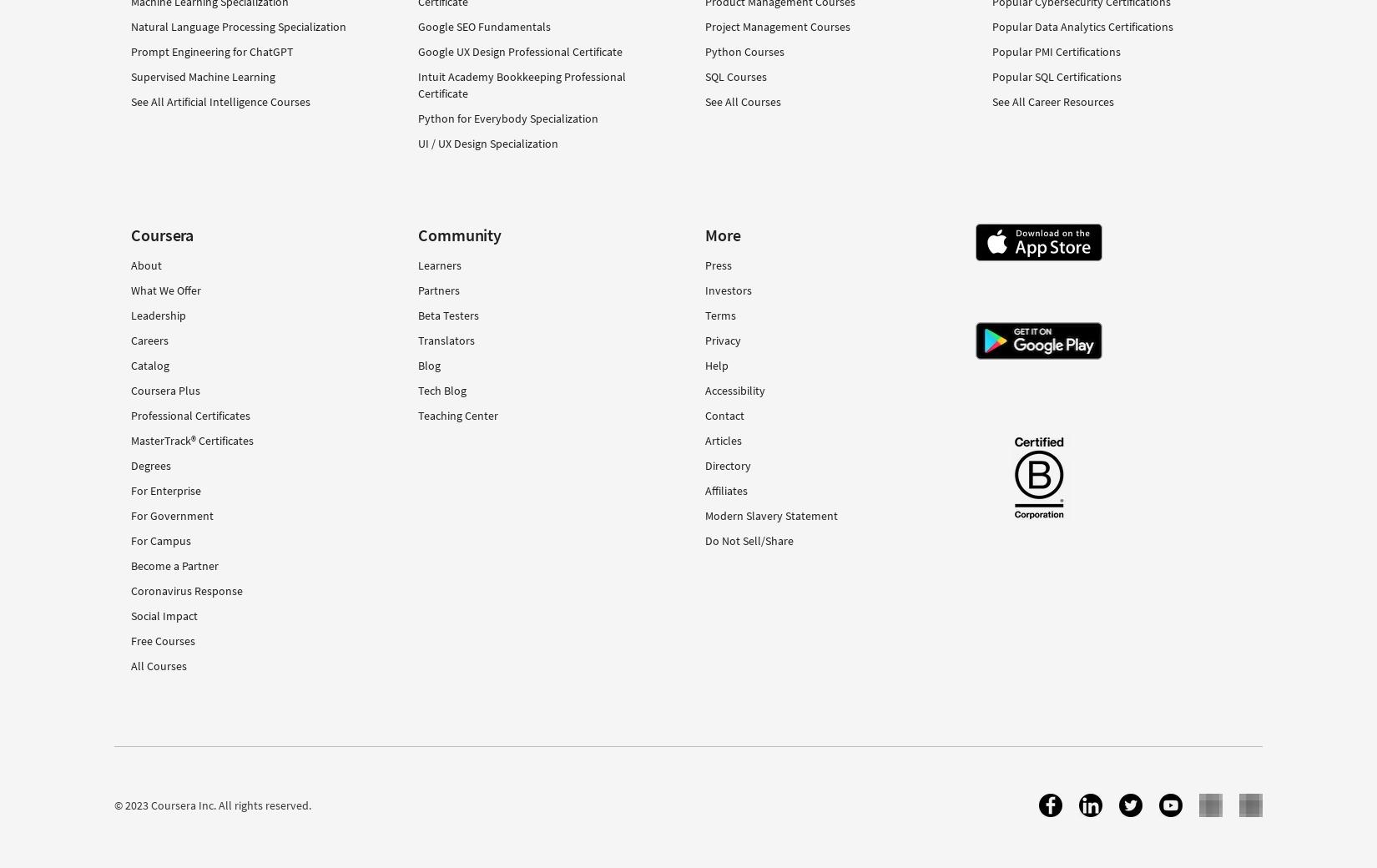 This screenshot has height=868, width=1377. I want to click on 'Blog', so click(428, 365).